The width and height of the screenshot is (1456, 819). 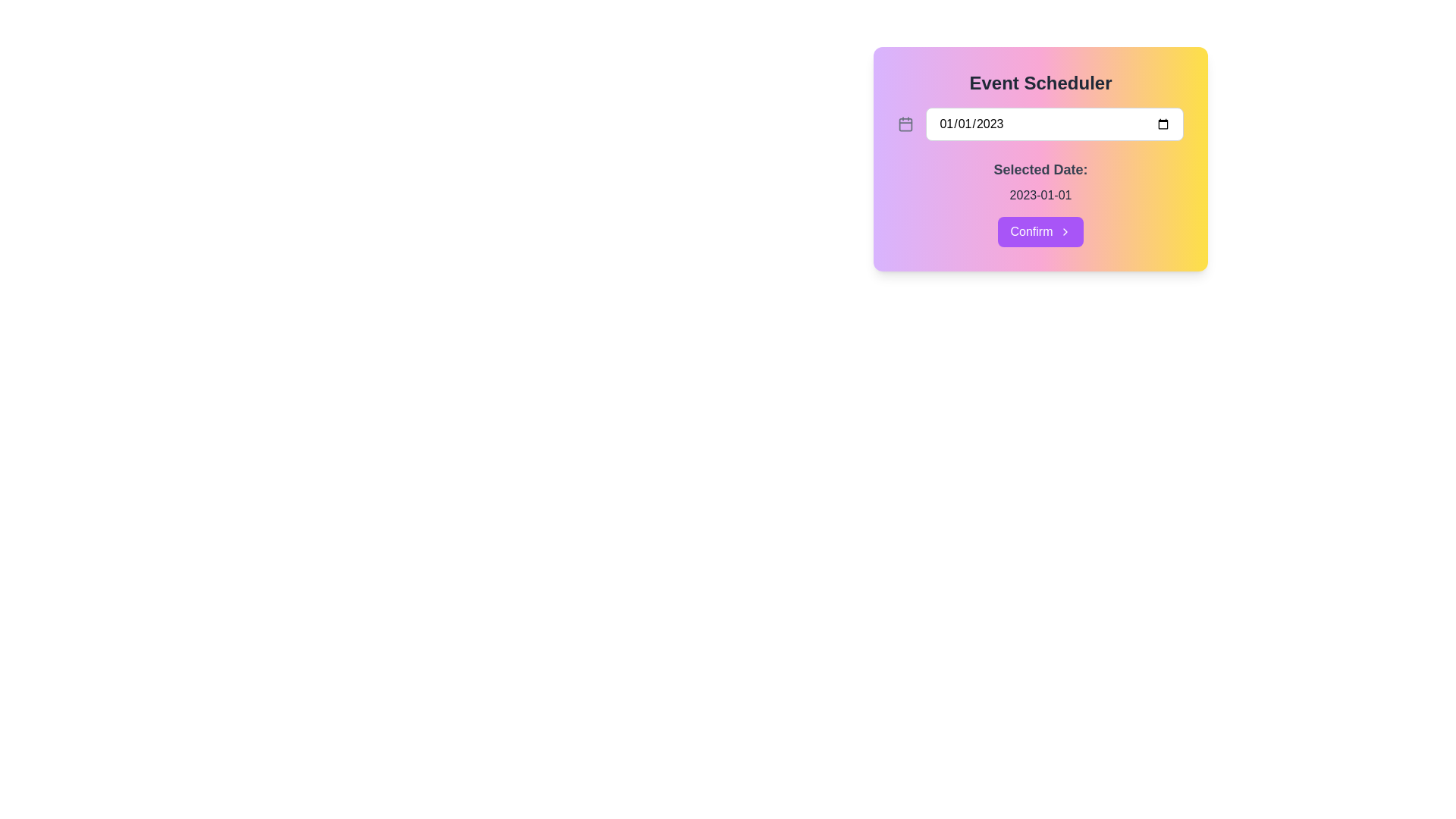 What do you see at coordinates (1040, 180) in the screenshot?
I see `the Label and value display that summarizes the selected date in the 'Event Scheduler' card, located centrally below the date input field and above the 'Confirm' button` at bounding box center [1040, 180].